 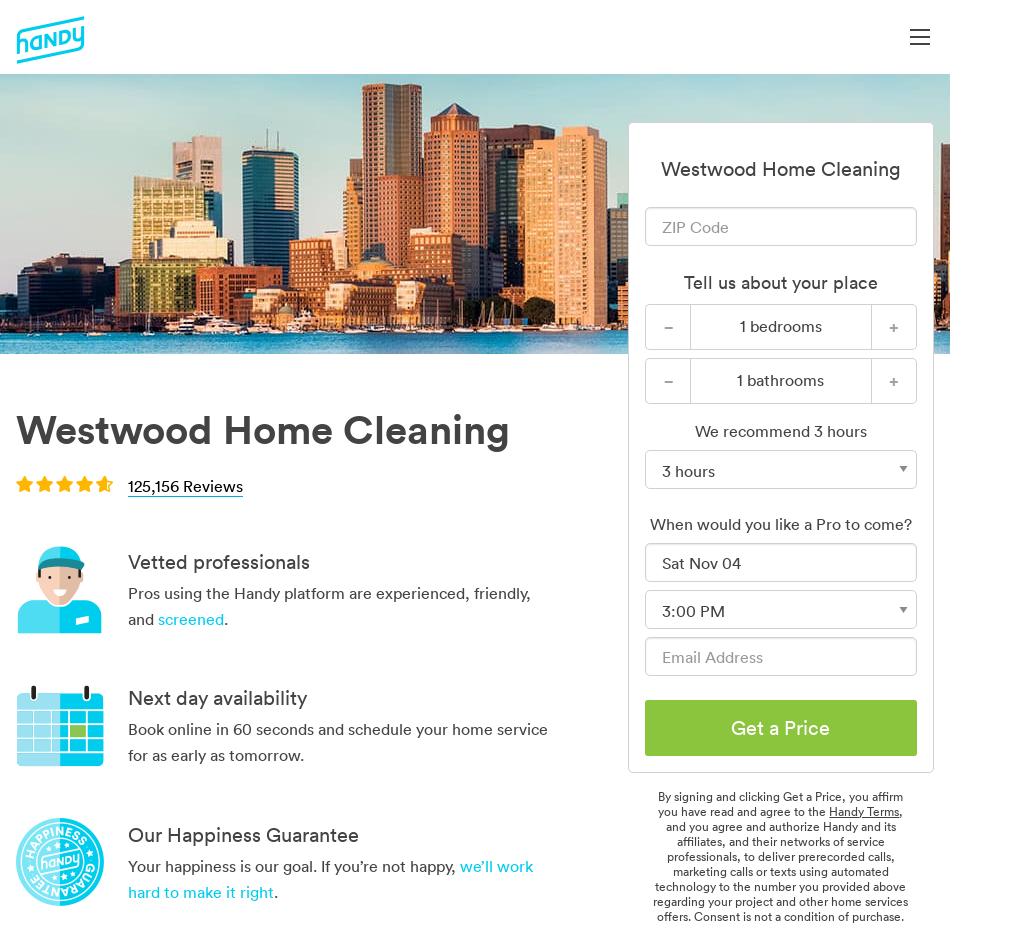 What do you see at coordinates (190, 618) in the screenshot?
I see `'screened'` at bounding box center [190, 618].